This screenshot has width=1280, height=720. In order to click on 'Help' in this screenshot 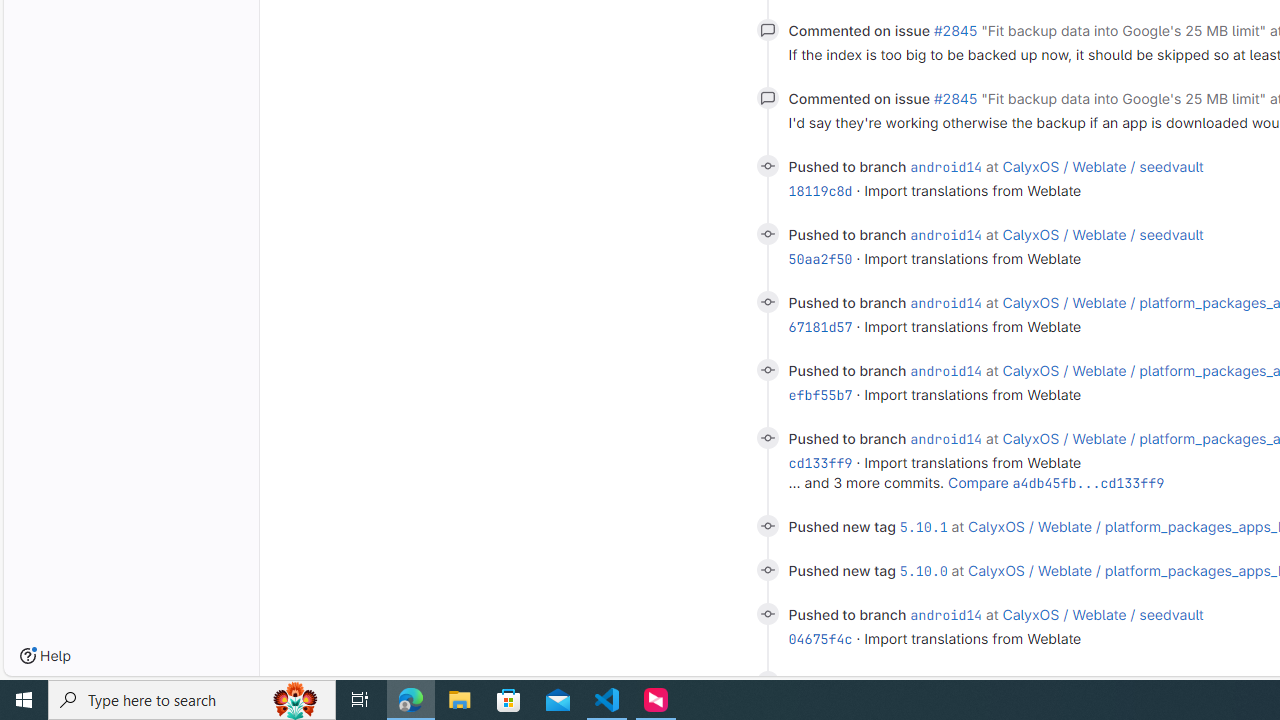, I will do `click(45, 655)`.